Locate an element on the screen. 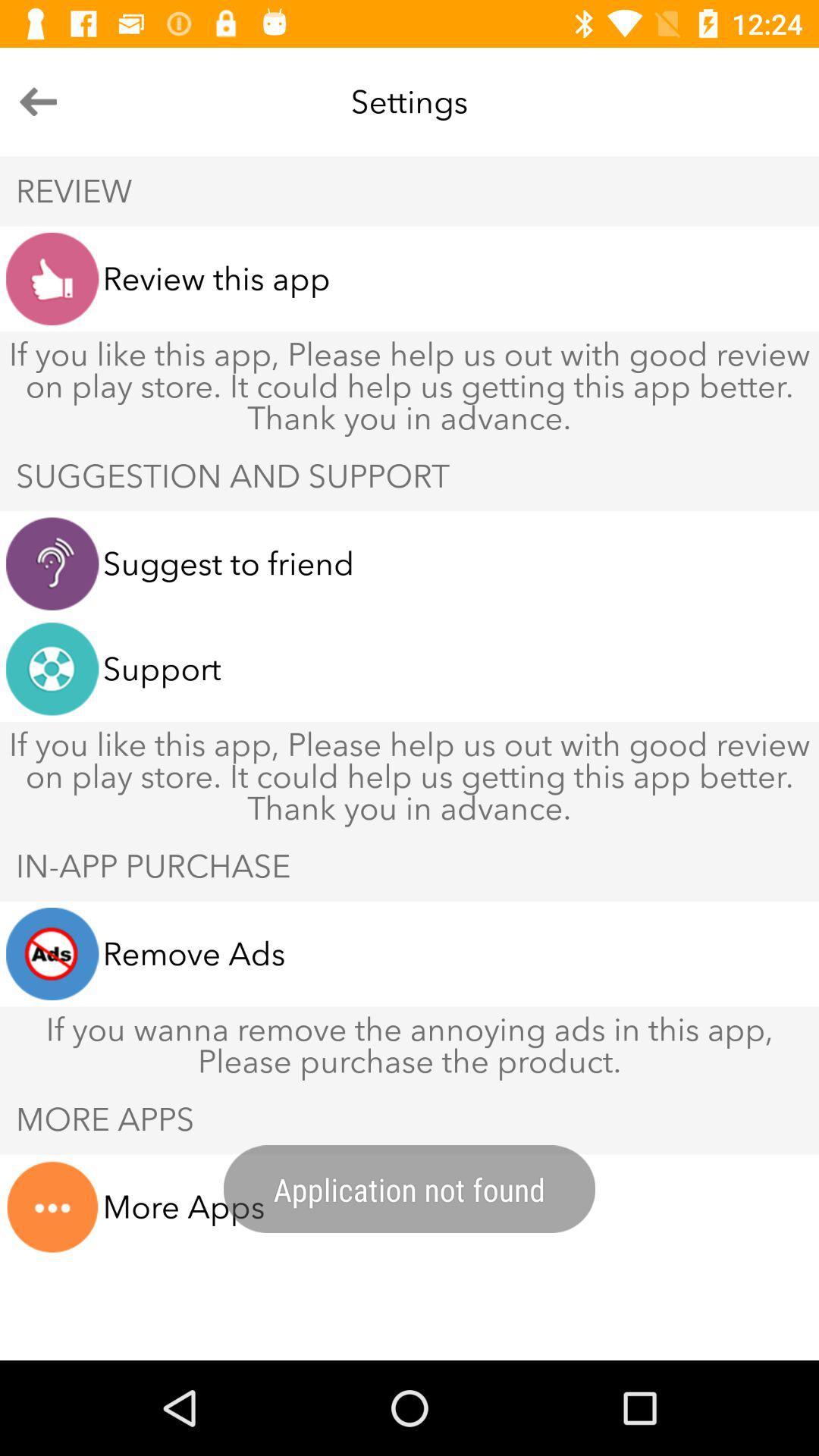 This screenshot has width=819, height=1456. go back is located at coordinates (37, 101).